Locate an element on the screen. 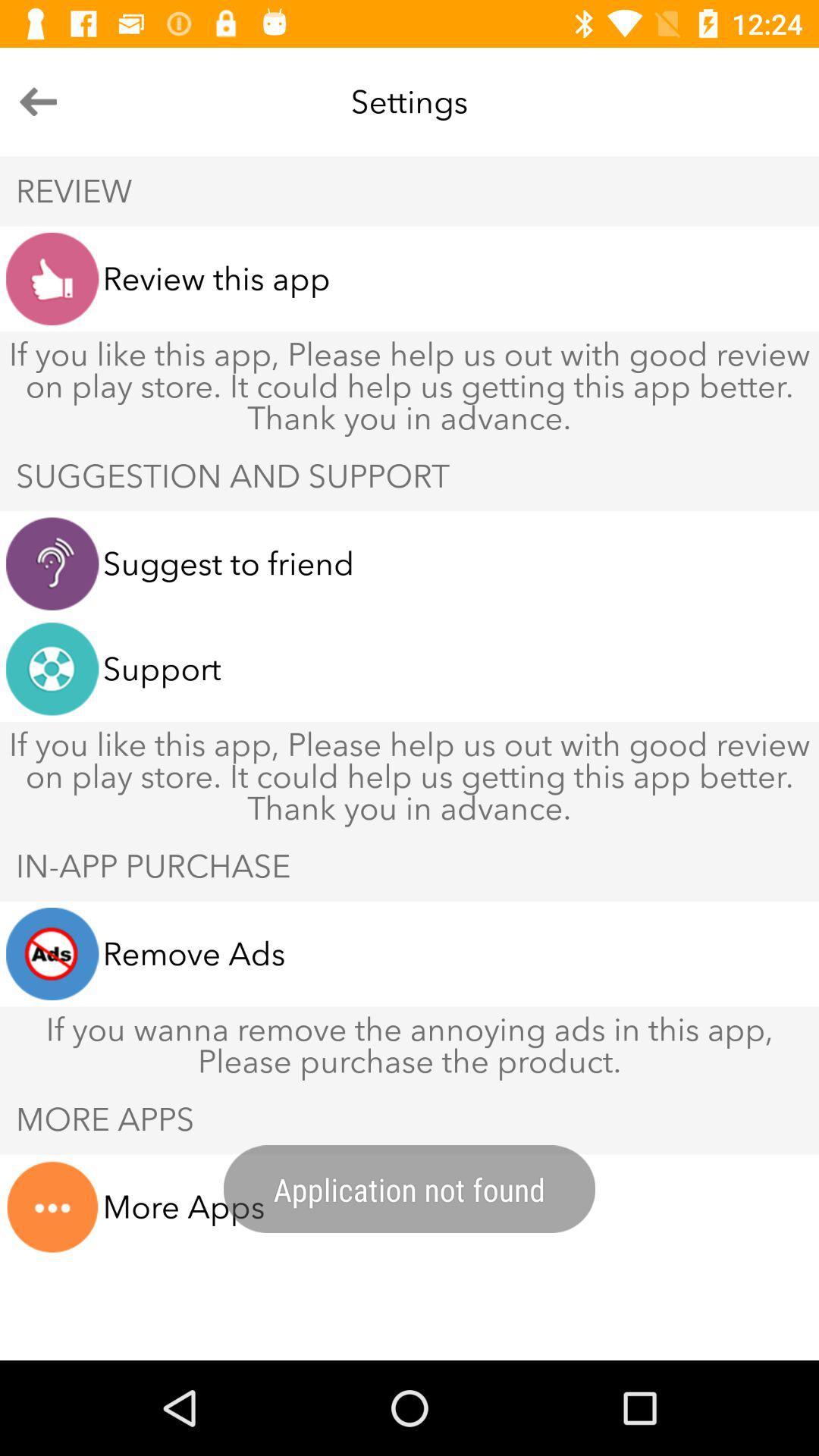 This screenshot has width=819, height=1456. go back is located at coordinates (37, 101).